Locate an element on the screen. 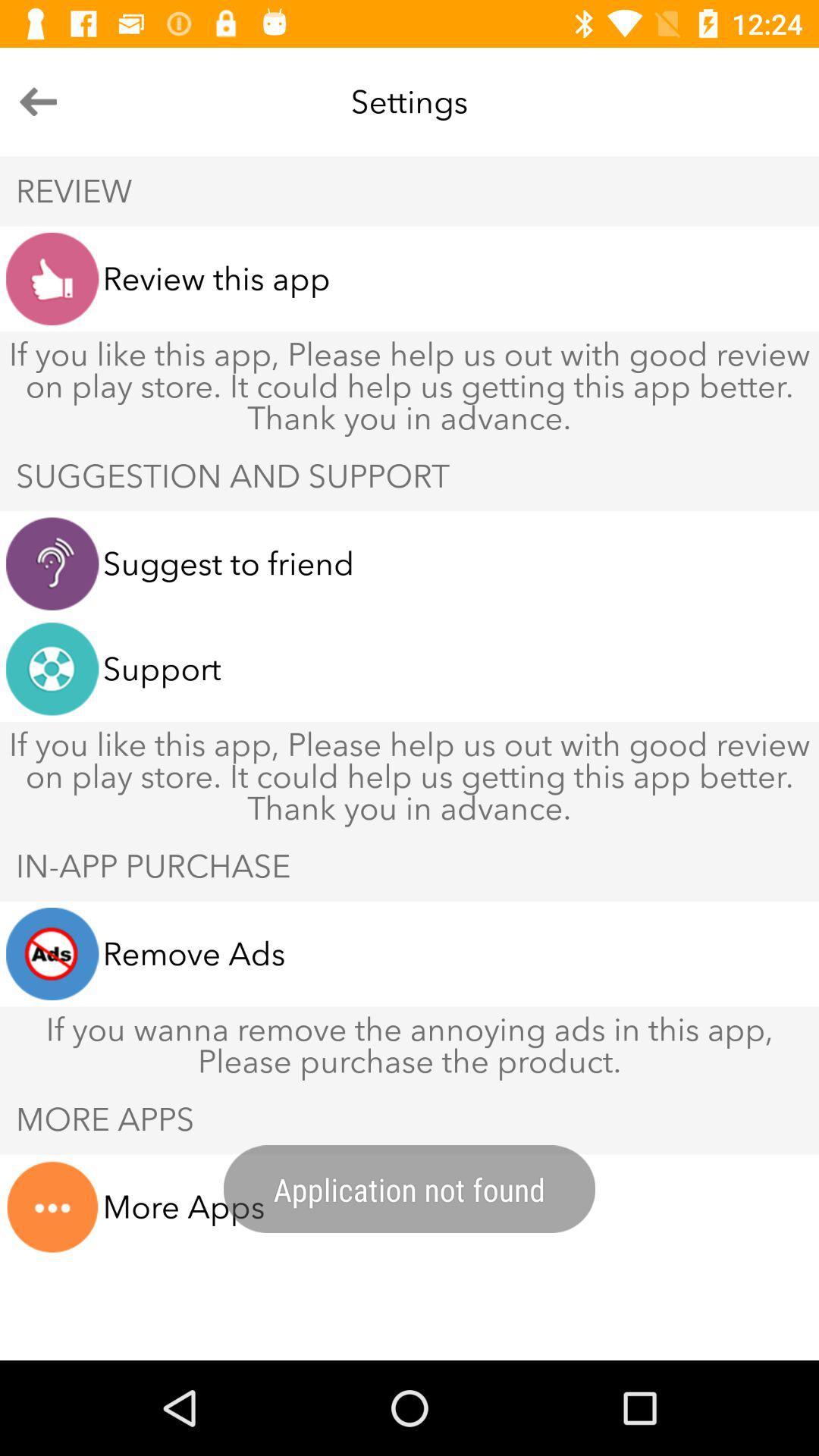 This screenshot has width=819, height=1456. go back is located at coordinates (37, 101).